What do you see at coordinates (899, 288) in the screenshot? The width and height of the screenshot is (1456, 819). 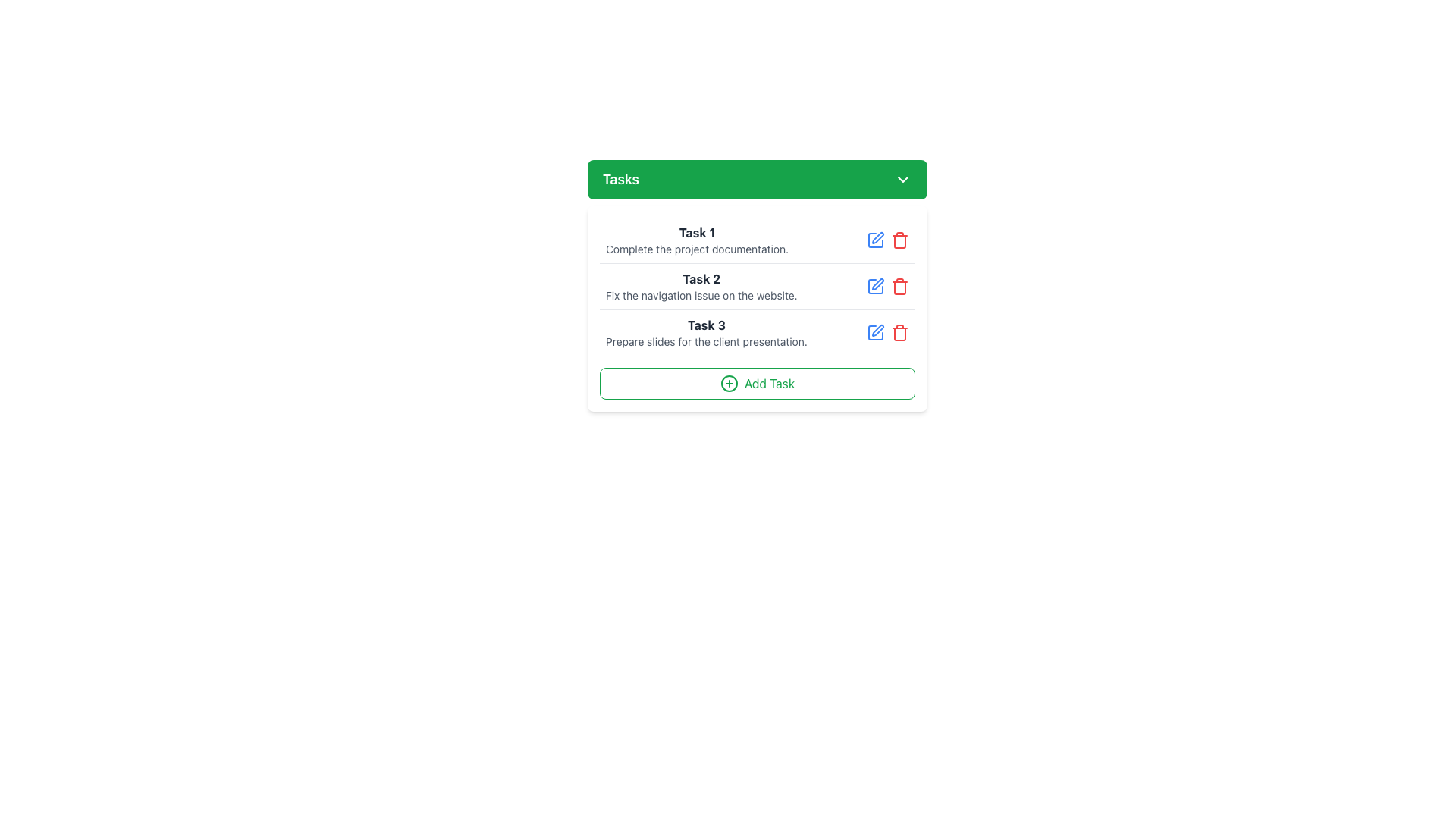 I see `the central portion of the trash bin icon, which is represented by the Icon component that signifies delete functionality` at bounding box center [899, 288].